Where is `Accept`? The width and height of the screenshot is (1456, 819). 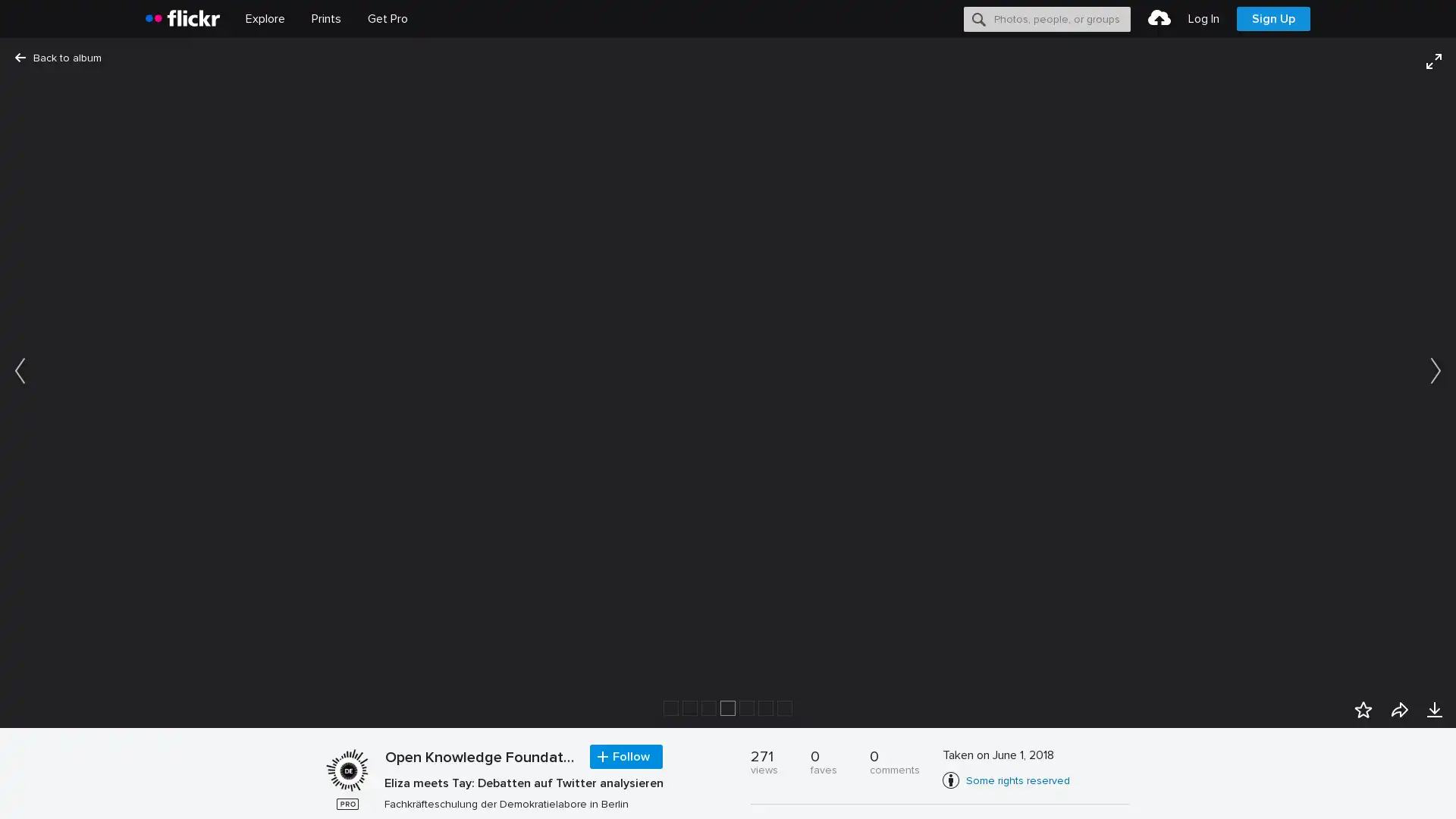 Accept is located at coordinates (1156, 789).